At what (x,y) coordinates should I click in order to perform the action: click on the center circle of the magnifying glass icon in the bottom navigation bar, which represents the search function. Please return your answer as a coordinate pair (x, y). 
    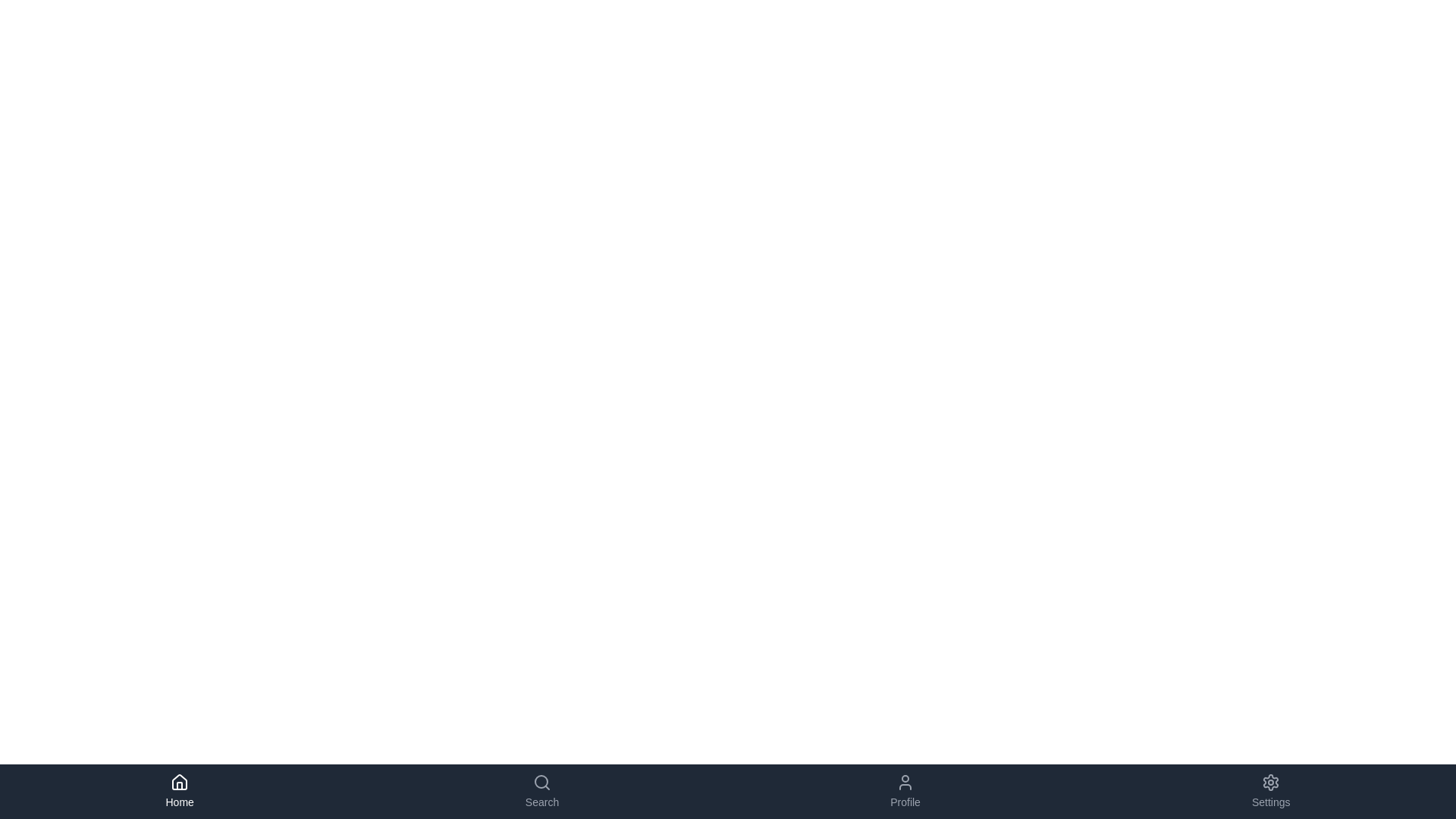
    Looking at the image, I should click on (541, 781).